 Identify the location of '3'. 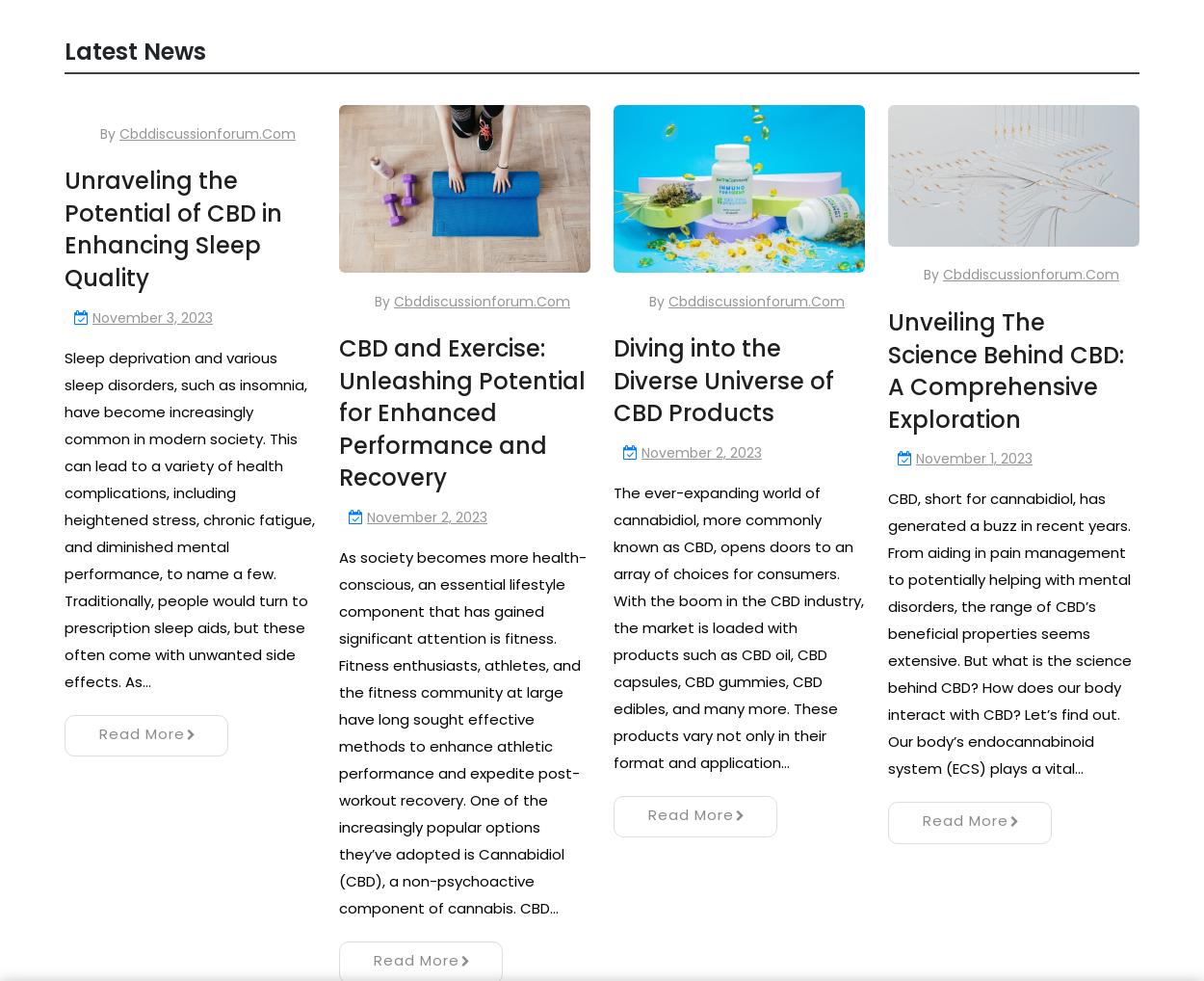
(190, 710).